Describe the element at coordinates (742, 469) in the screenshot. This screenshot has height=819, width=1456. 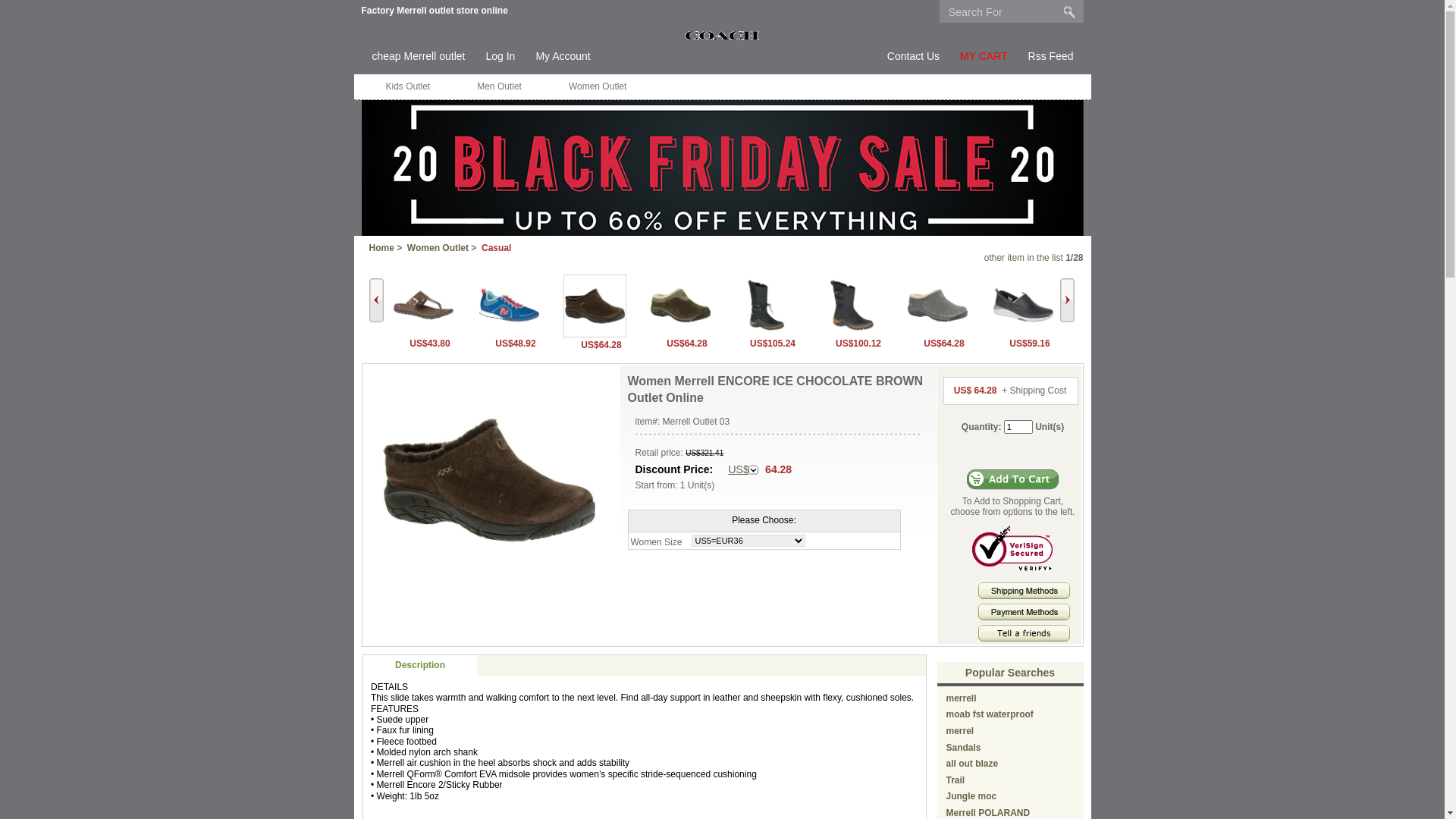
I see `'US$'` at that location.